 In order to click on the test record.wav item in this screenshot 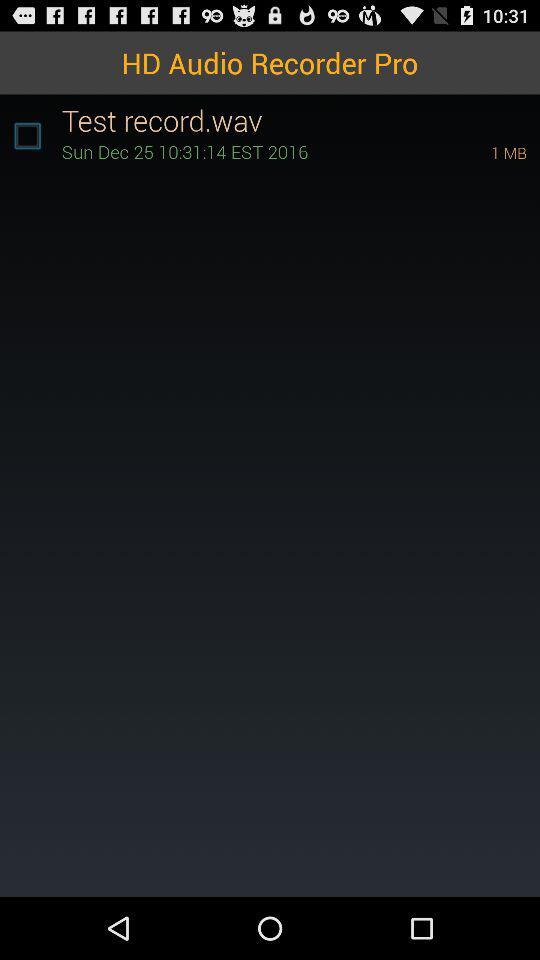, I will do `click(299, 120)`.